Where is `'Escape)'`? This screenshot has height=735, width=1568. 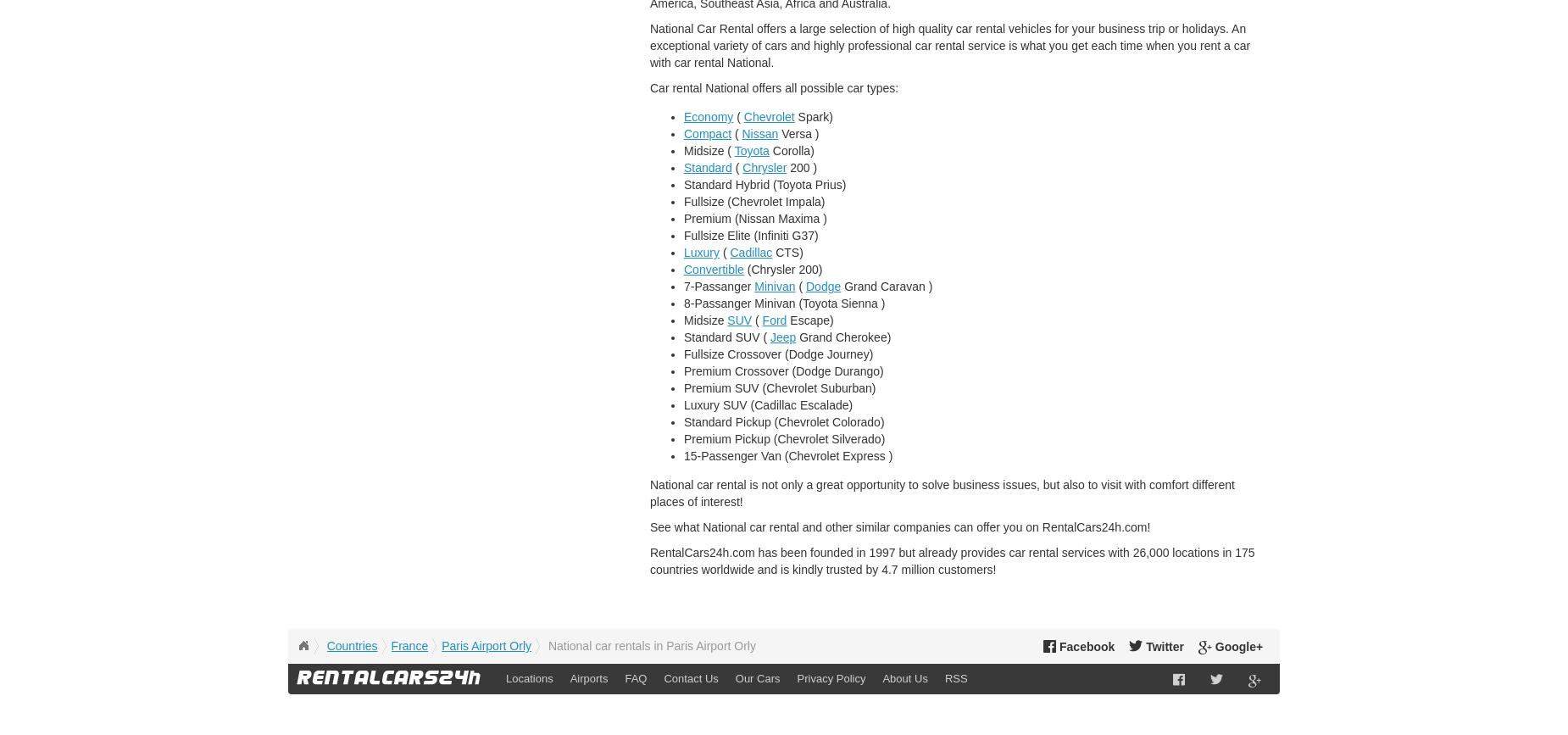
'Escape)' is located at coordinates (809, 320).